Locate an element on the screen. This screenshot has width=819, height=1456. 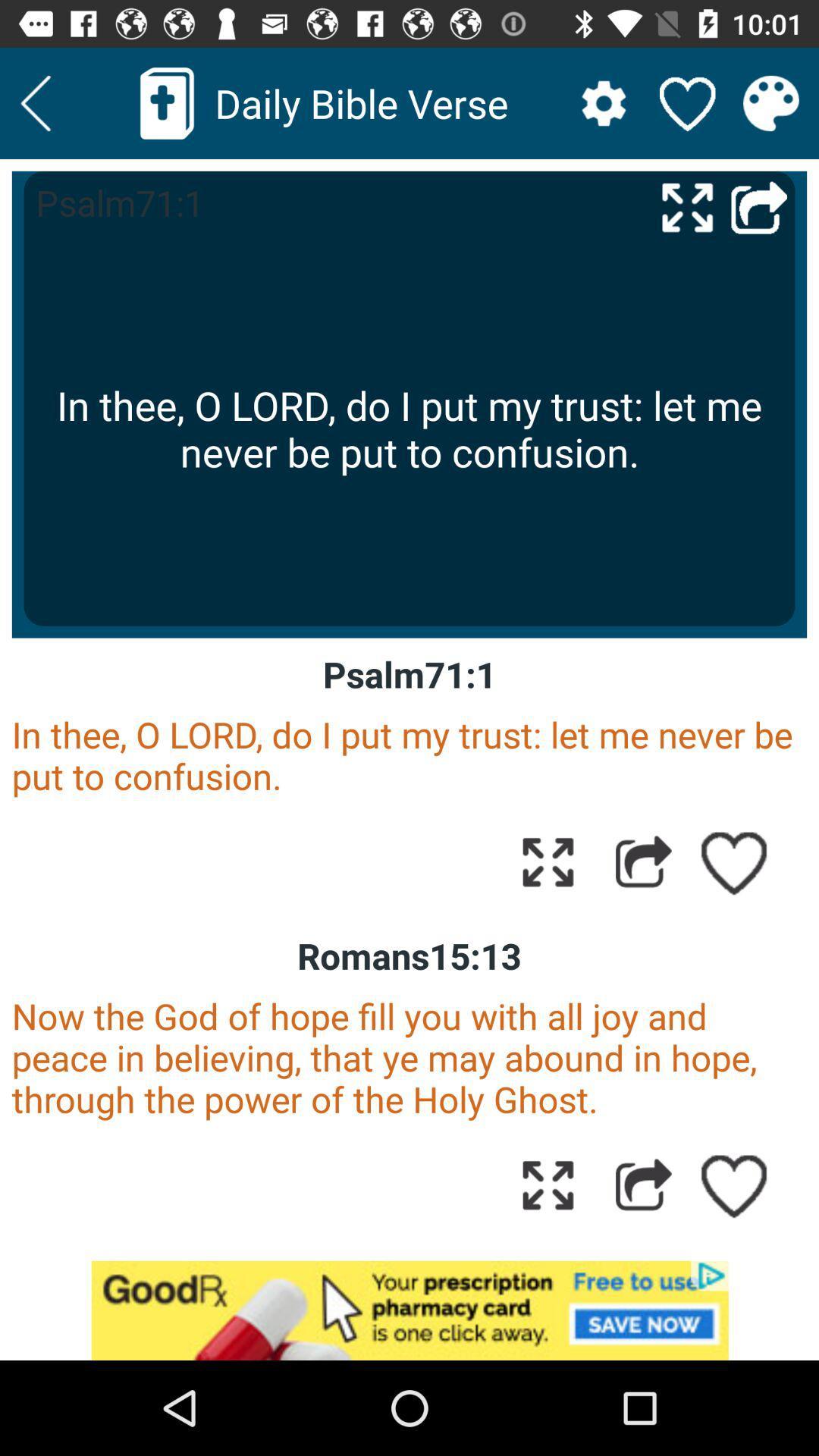
full screen is located at coordinates (548, 861).